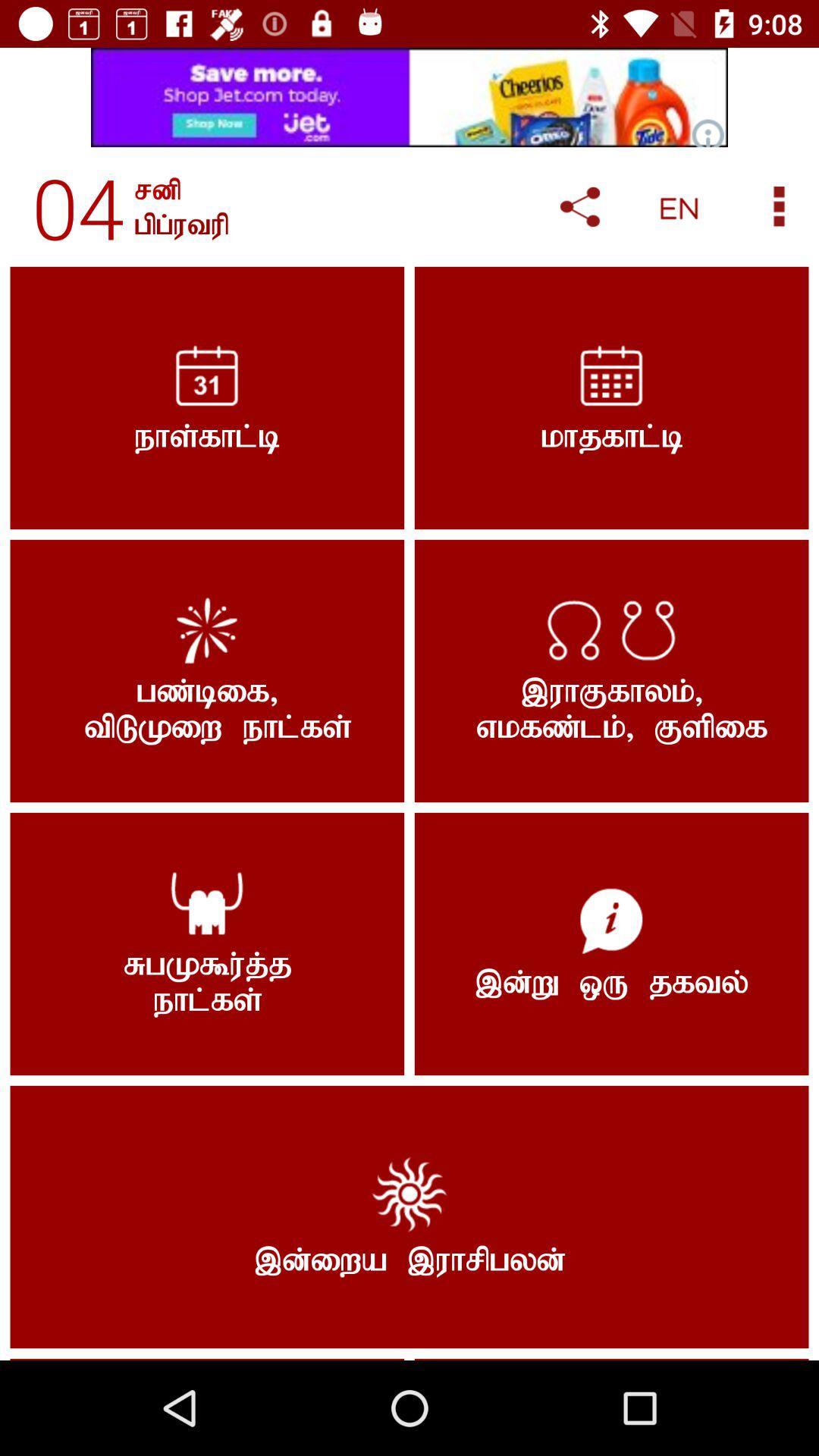 This screenshot has width=819, height=1456. Describe the element at coordinates (779, 206) in the screenshot. I see `the more icon` at that location.